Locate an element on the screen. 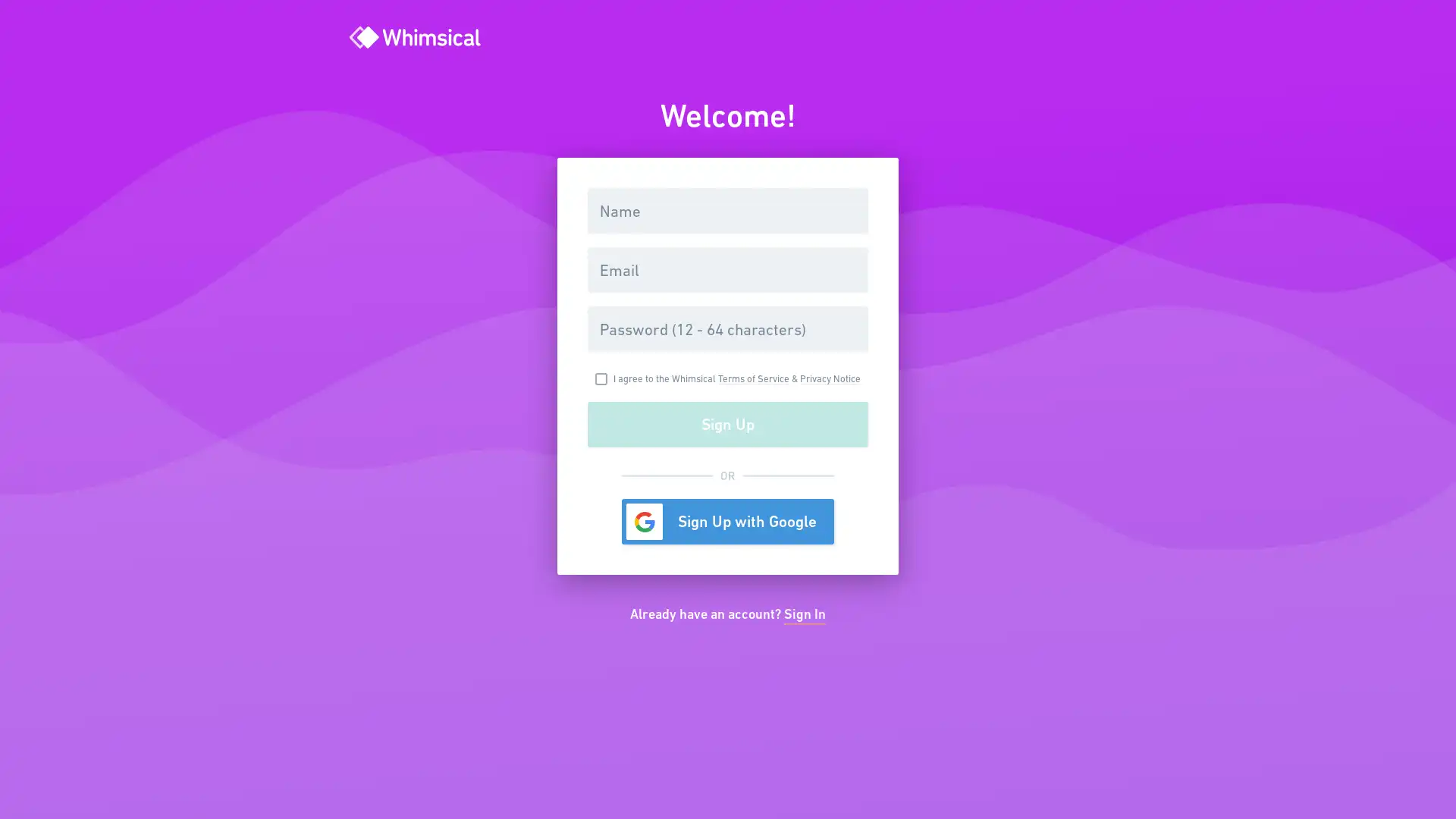 The image size is (1456, 819). Sign Up is located at coordinates (728, 424).